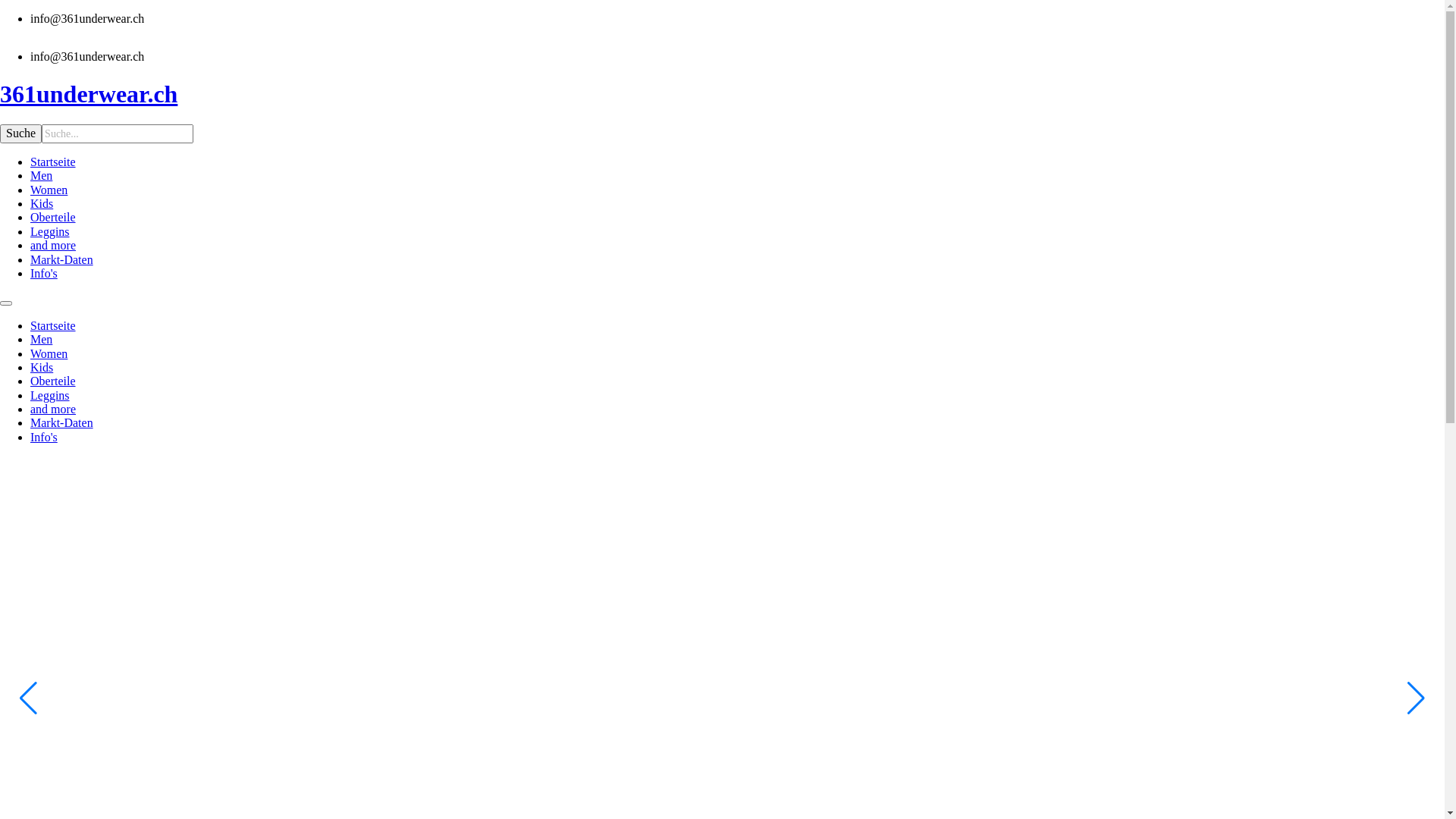 The image size is (1456, 819). Describe the element at coordinates (30, 259) in the screenshot. I see `'Markt-Daten'` at that location.